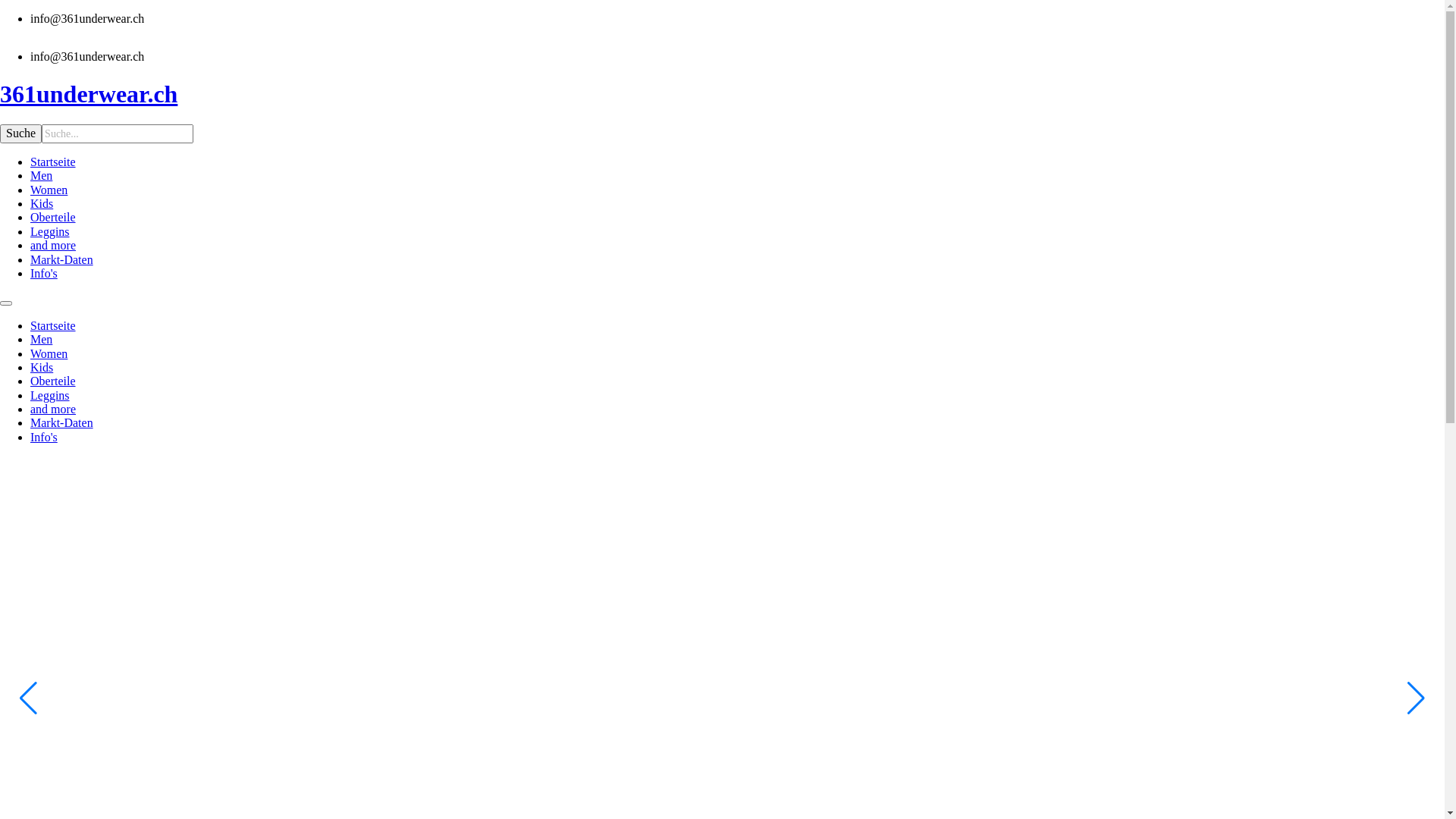 The image size is (1456, 819). Describe the element at coordinates (30, 259) in the screenshot. I see `'Markt-Daten'` at that location.